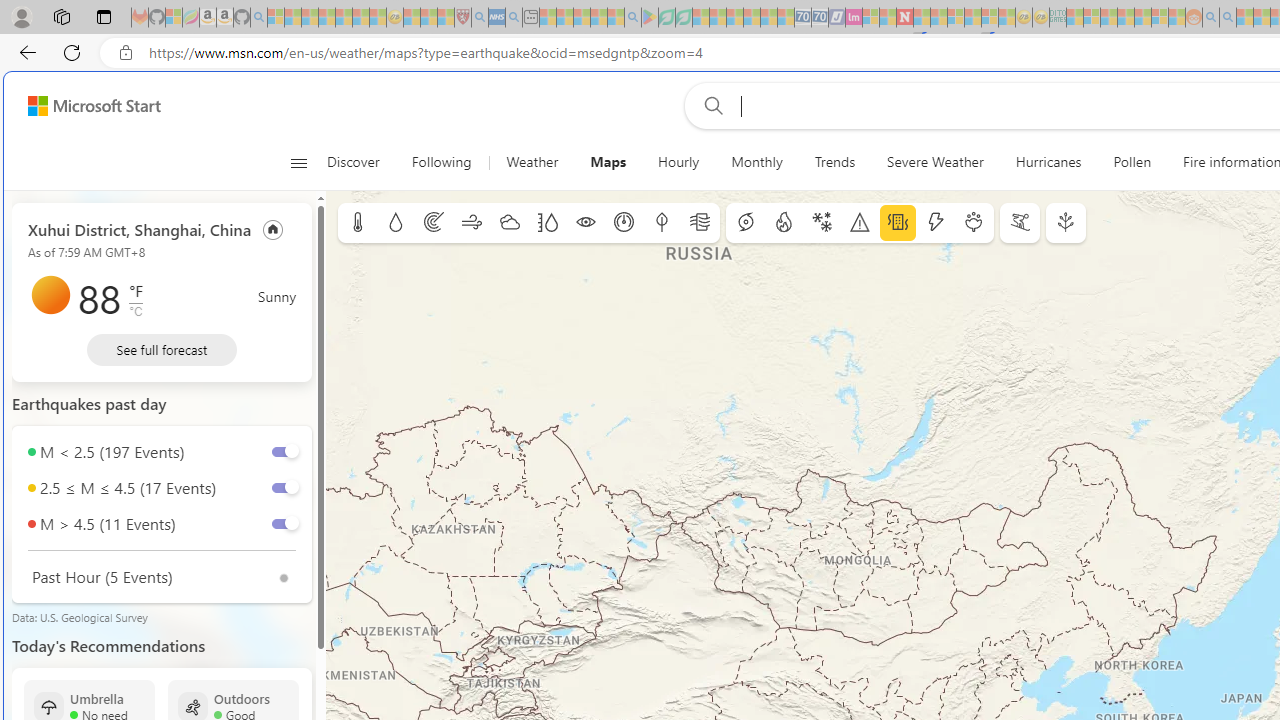 Image resolution: width=1280 pixels, height=720 pixels. I want to click on 'Trends', so click(834, 162).